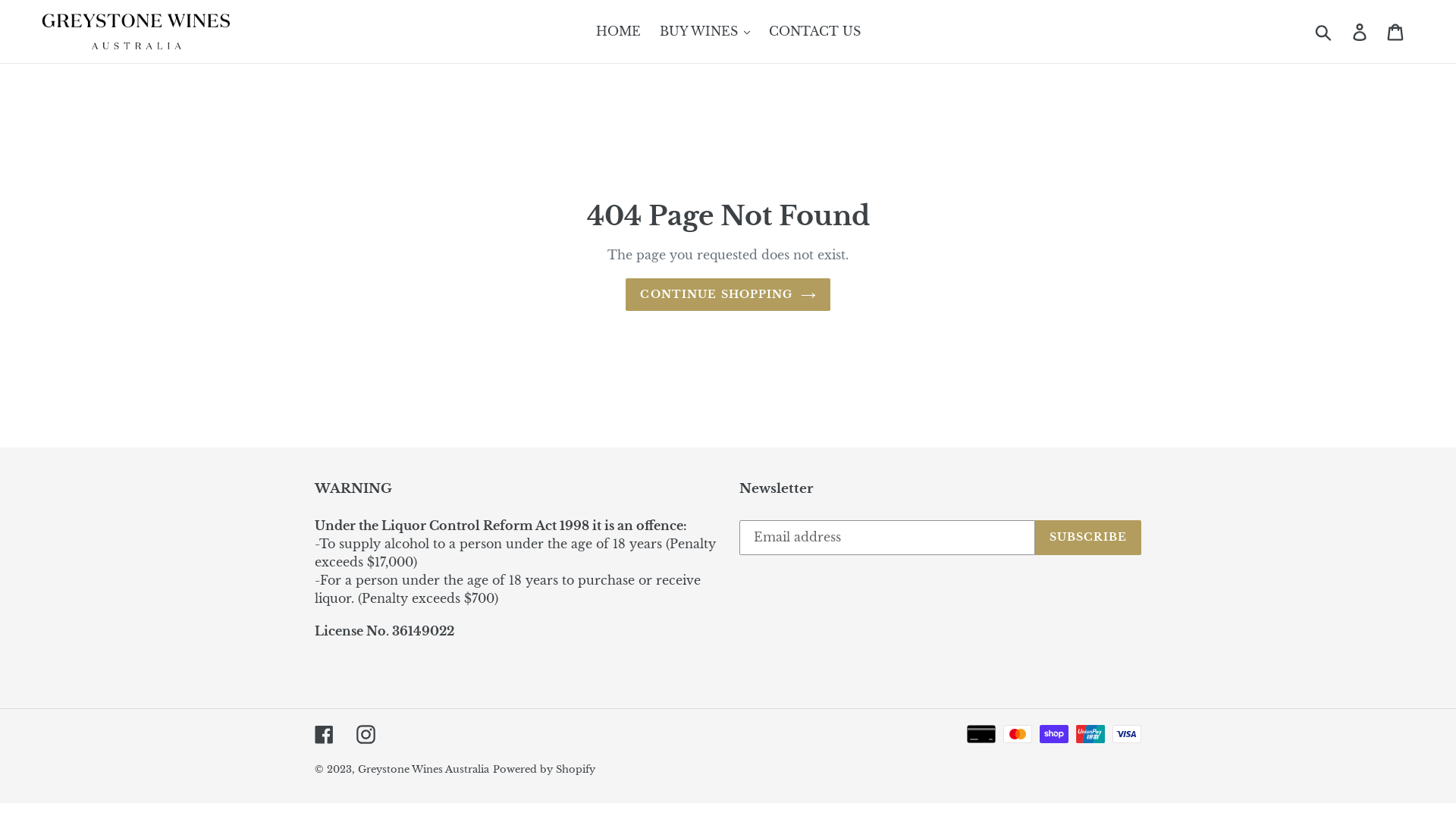 The height and width of the screenshot is (819, 1456). I want to click on 'Powered by Shopify', so click(492, 768).